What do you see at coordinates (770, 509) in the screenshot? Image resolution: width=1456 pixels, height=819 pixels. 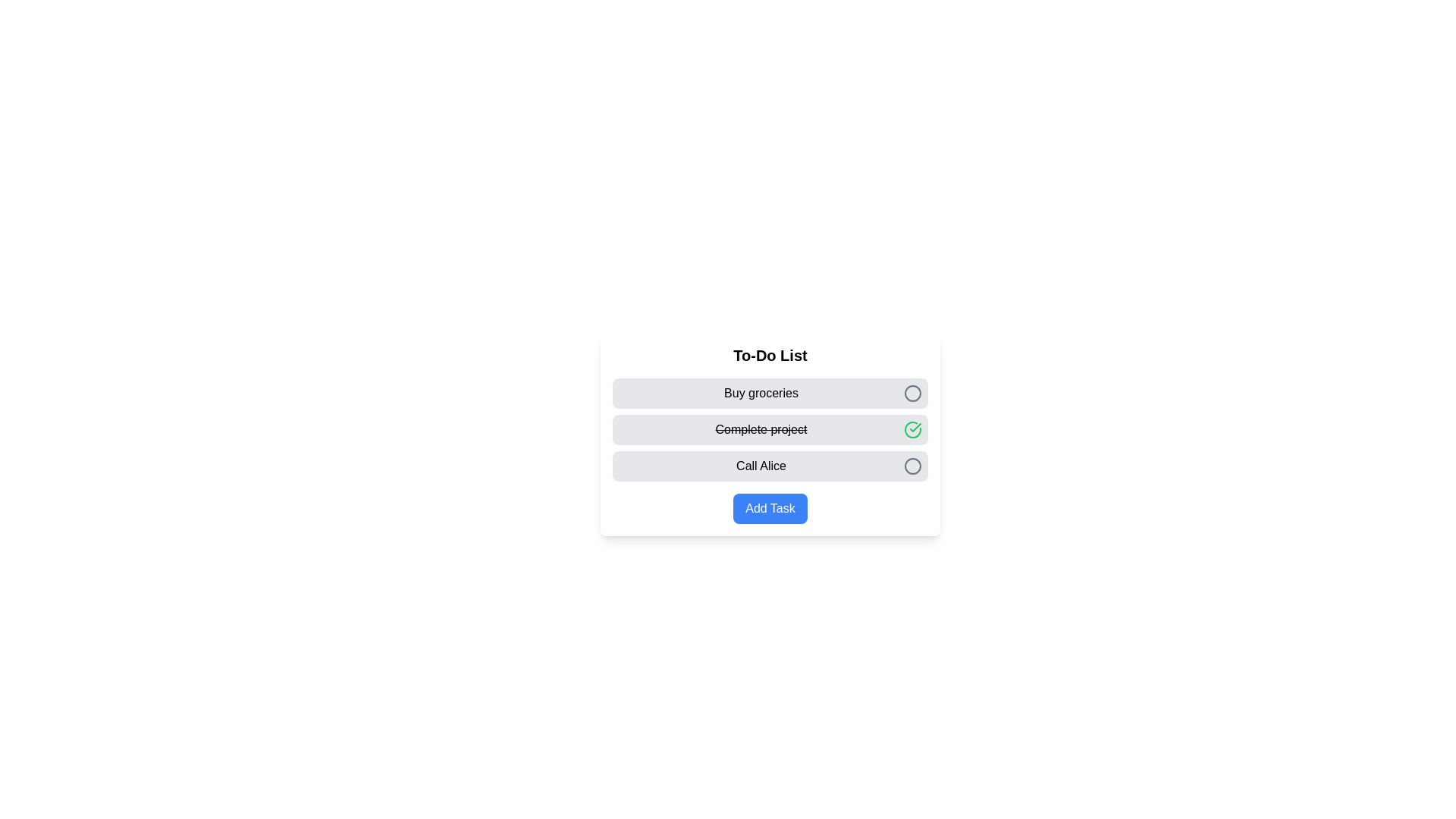 I see `the 'Add Task' button located at the bottom of the to-do list` at bounding box center [770, 509].